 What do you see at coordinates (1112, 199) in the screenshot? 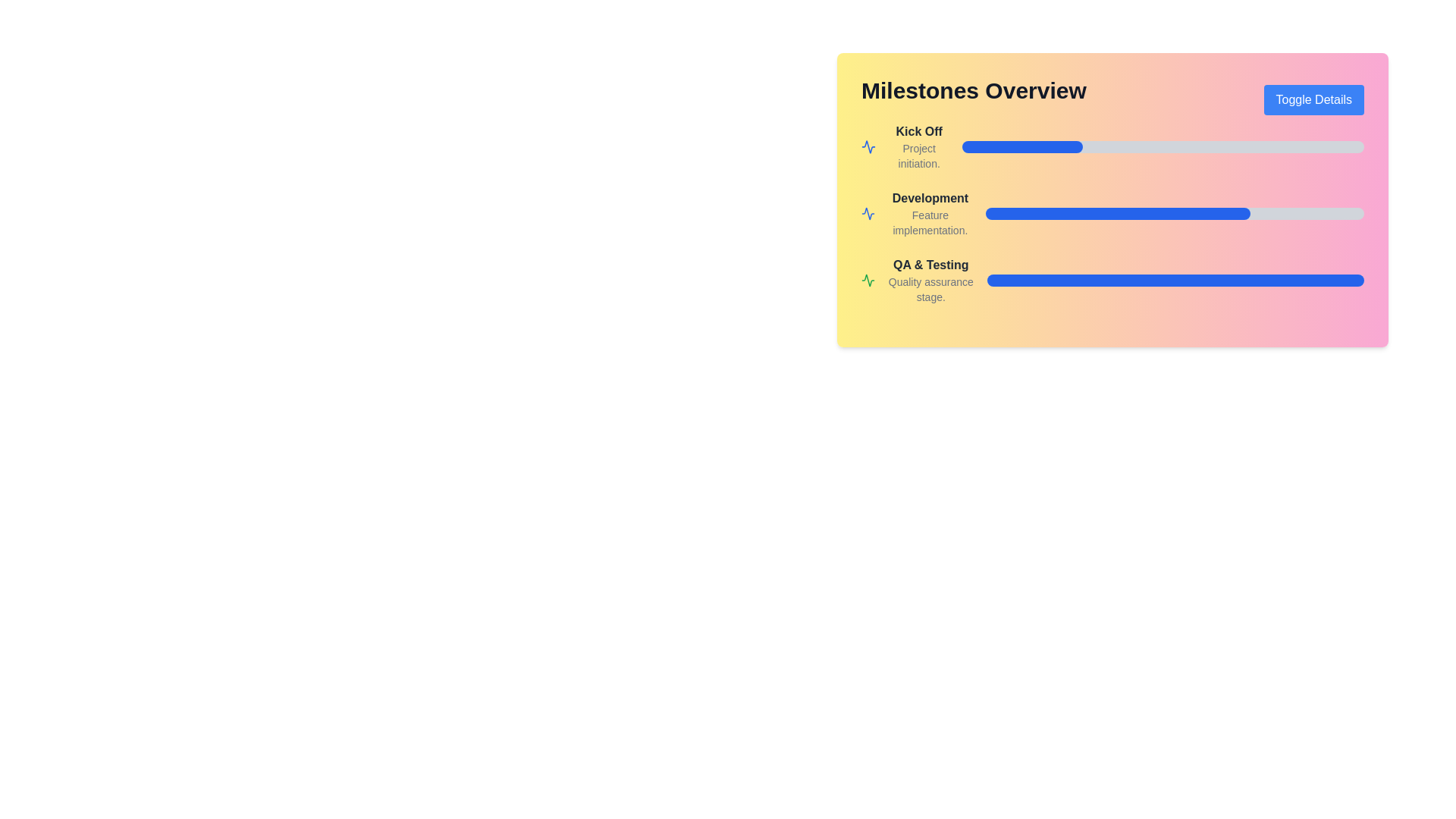
I see `the second progress bar in the milestones overview to interact with it if it is interactive` at bounding box center [1112, 199].